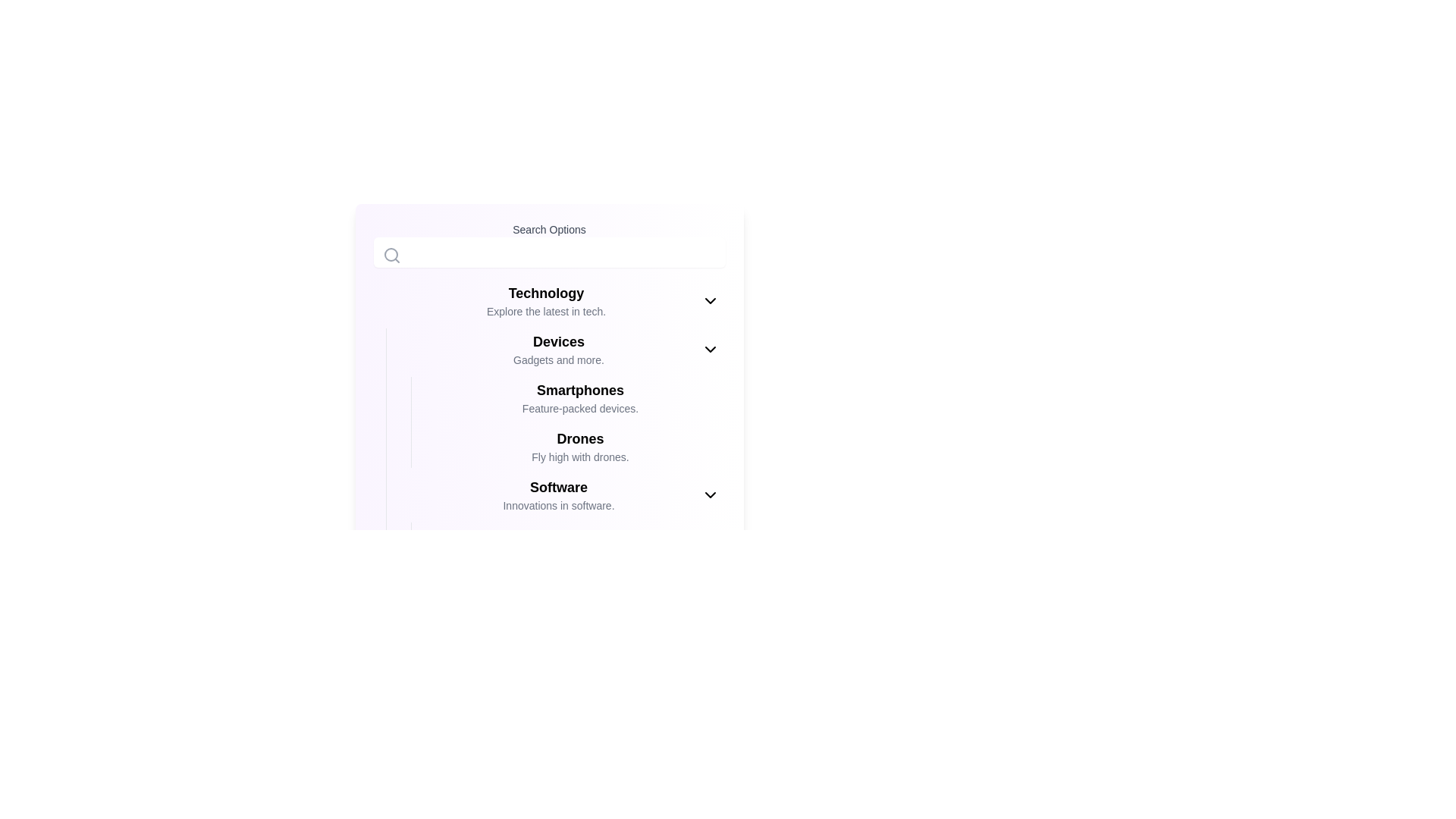 This screenshot has width=1456, height=819. What do you see at coordinates (579, 446) in the screenshot?
I see `the category item for drones located beneath the 'Smartphones' section and above the 'Software' section` at bounding box center [579, 446].